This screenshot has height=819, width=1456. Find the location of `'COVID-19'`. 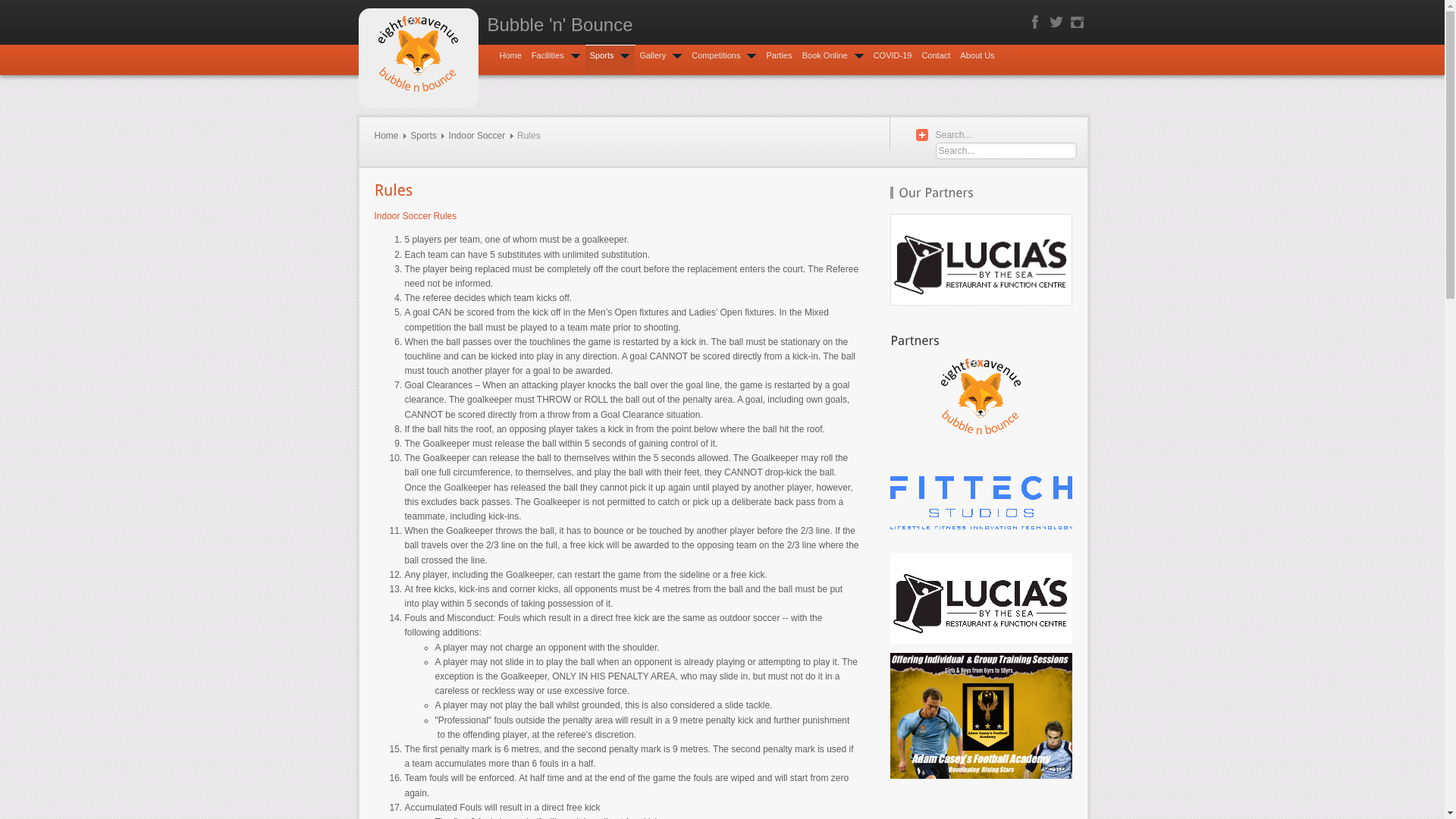

'COVID-19' is located at coordinates (874, 60).